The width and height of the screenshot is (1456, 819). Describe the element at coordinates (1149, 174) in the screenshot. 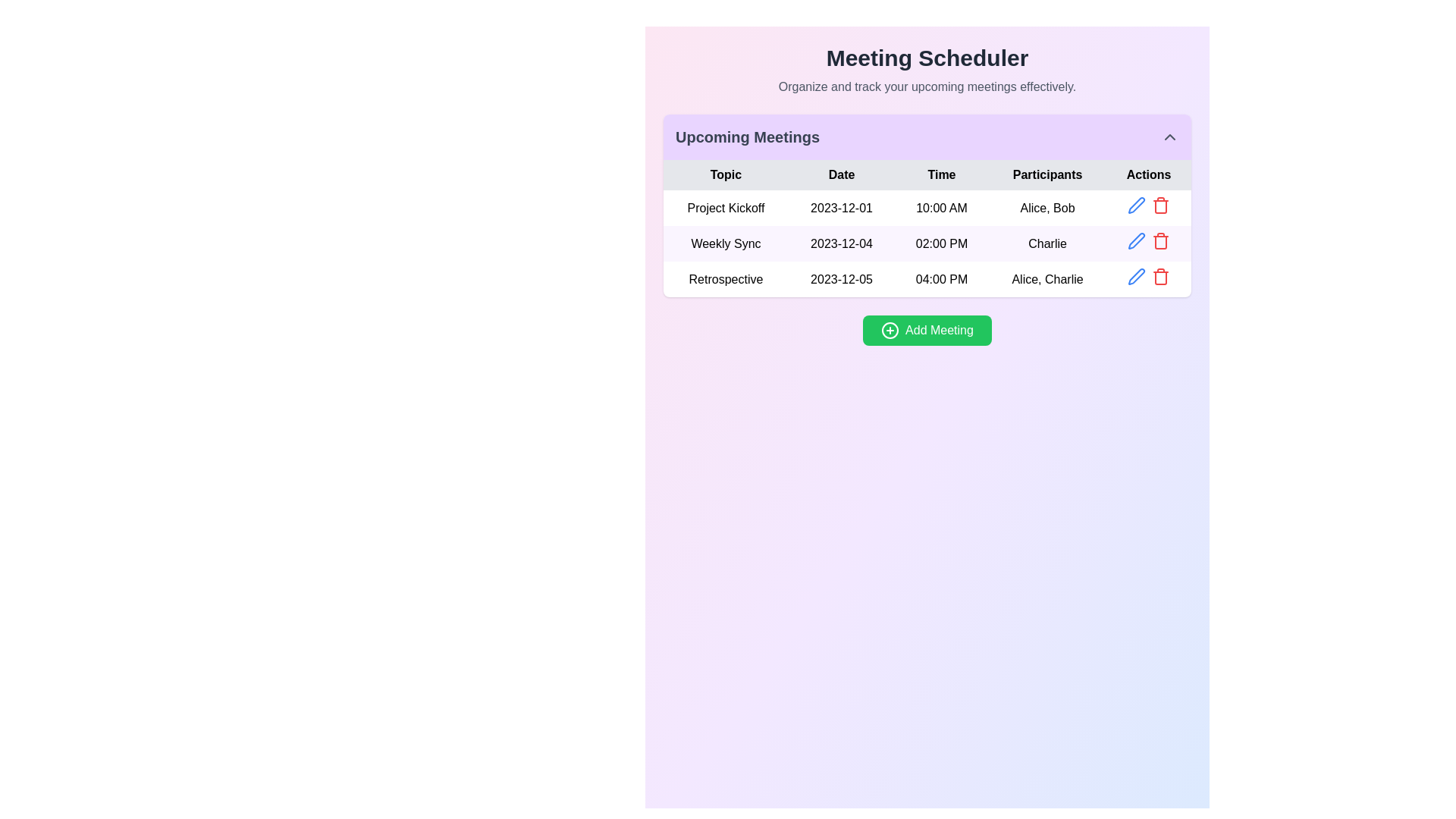

I see `the header label of the last column in the table, which likely contains action buttons for each row` at that location.